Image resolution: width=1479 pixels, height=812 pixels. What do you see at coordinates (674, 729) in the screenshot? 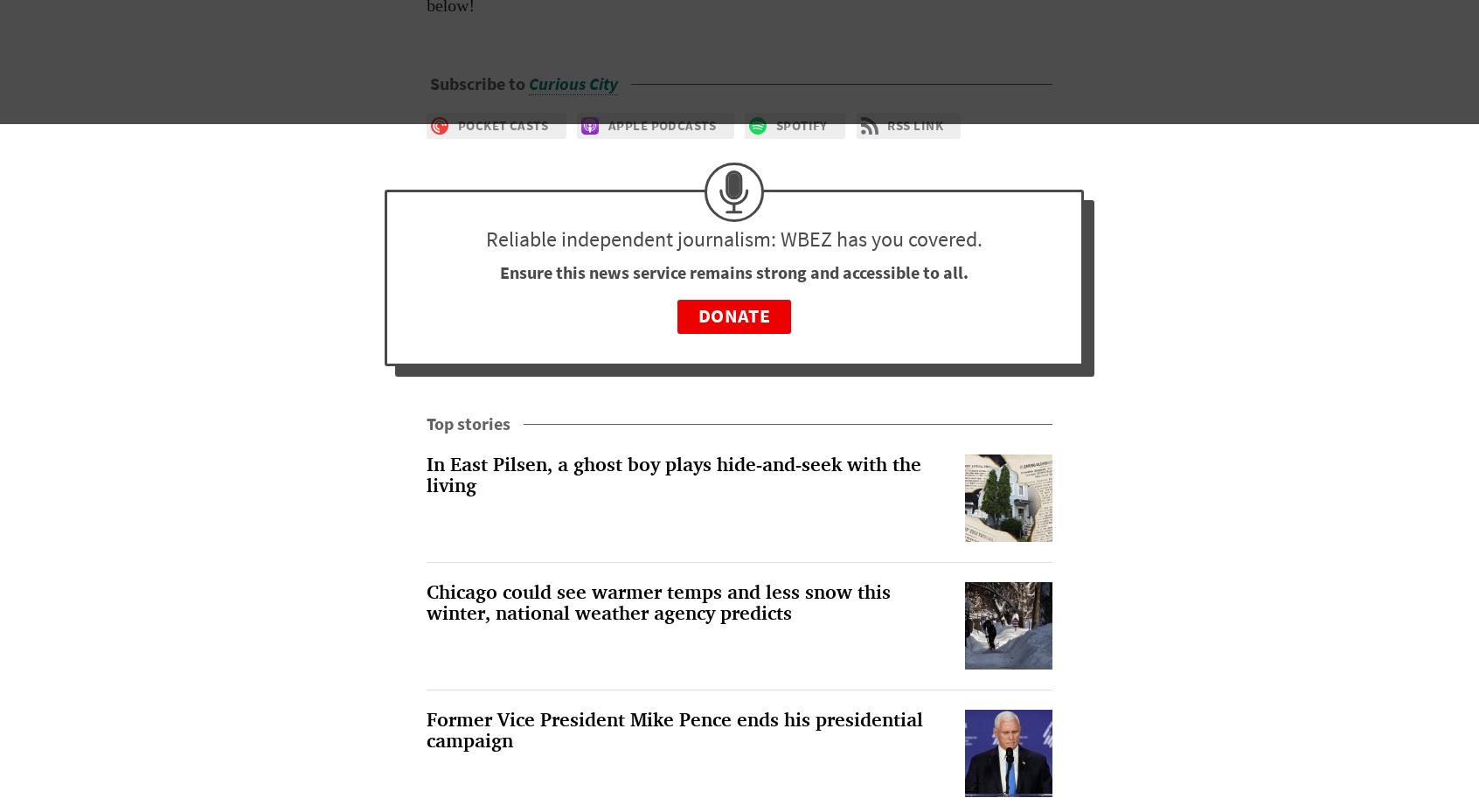
I see `'Former Vice President Mike Pence ends his presidential campaign'` at bounding box center [674, 729].